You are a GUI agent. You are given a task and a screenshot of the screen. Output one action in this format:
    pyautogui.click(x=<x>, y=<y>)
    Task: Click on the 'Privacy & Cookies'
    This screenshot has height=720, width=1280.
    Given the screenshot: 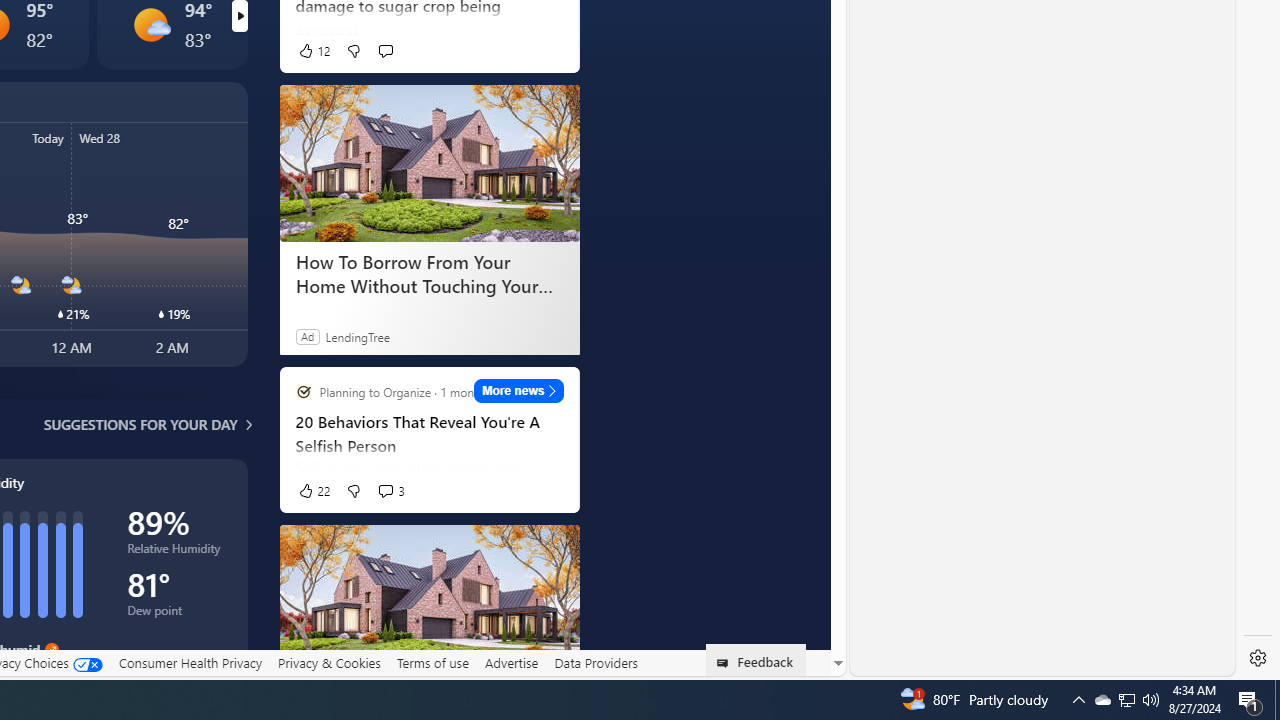 What is the action you would take?
    pyautogui.click(x=329, y=662)
    